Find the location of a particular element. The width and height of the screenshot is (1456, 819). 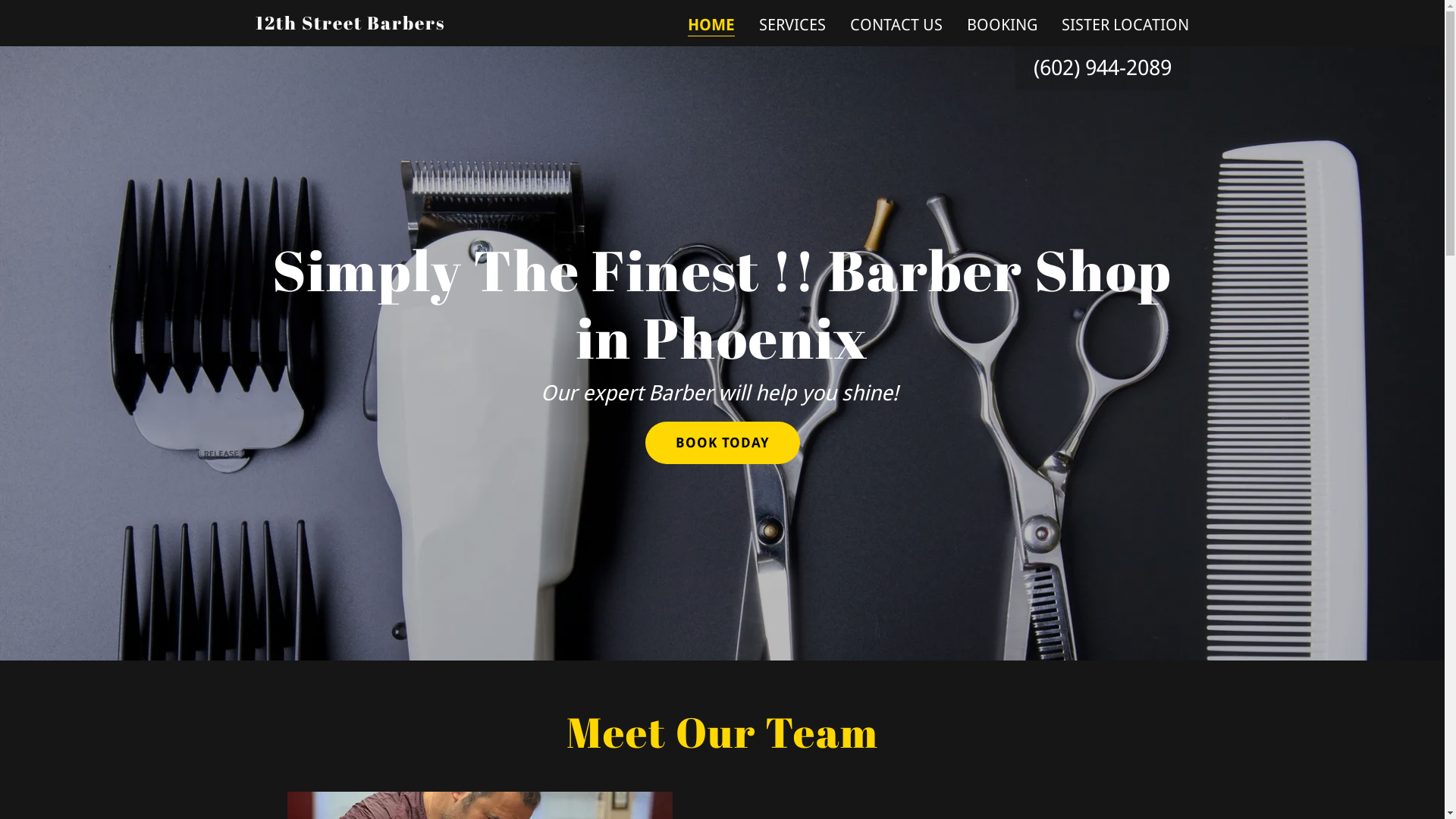

'CONTACT US' is located at coordinates (896, 25).